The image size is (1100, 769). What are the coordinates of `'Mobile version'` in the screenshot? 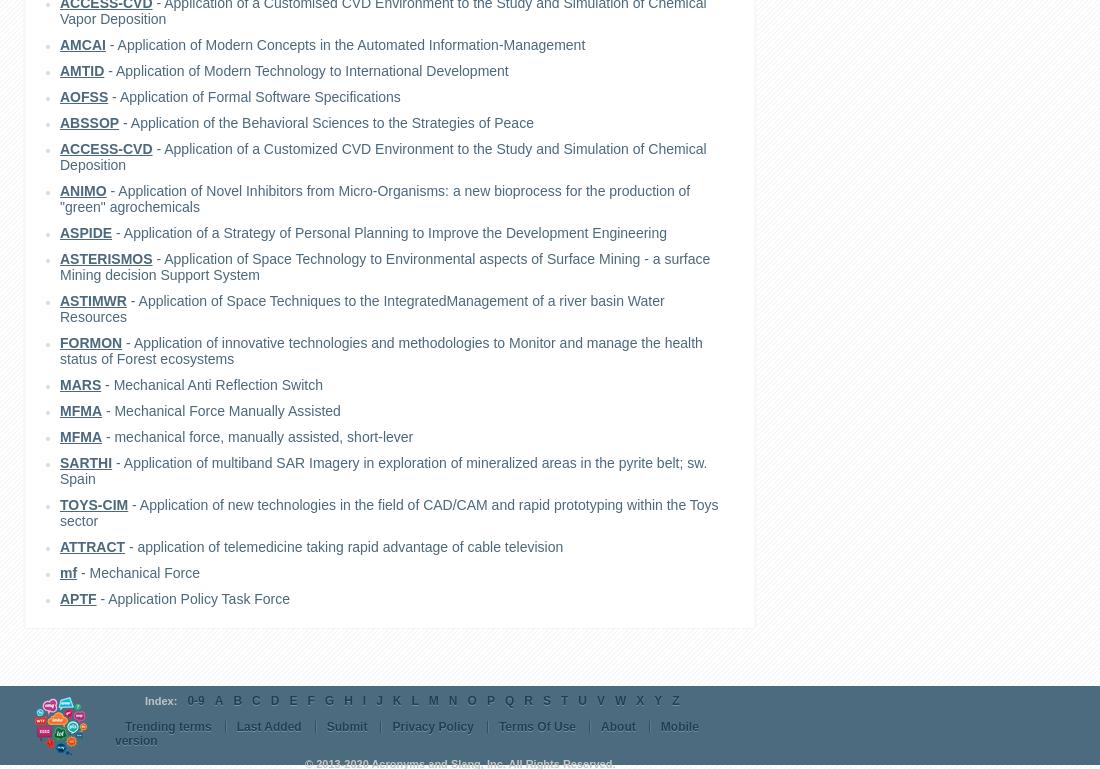 It's located at (406, 733).